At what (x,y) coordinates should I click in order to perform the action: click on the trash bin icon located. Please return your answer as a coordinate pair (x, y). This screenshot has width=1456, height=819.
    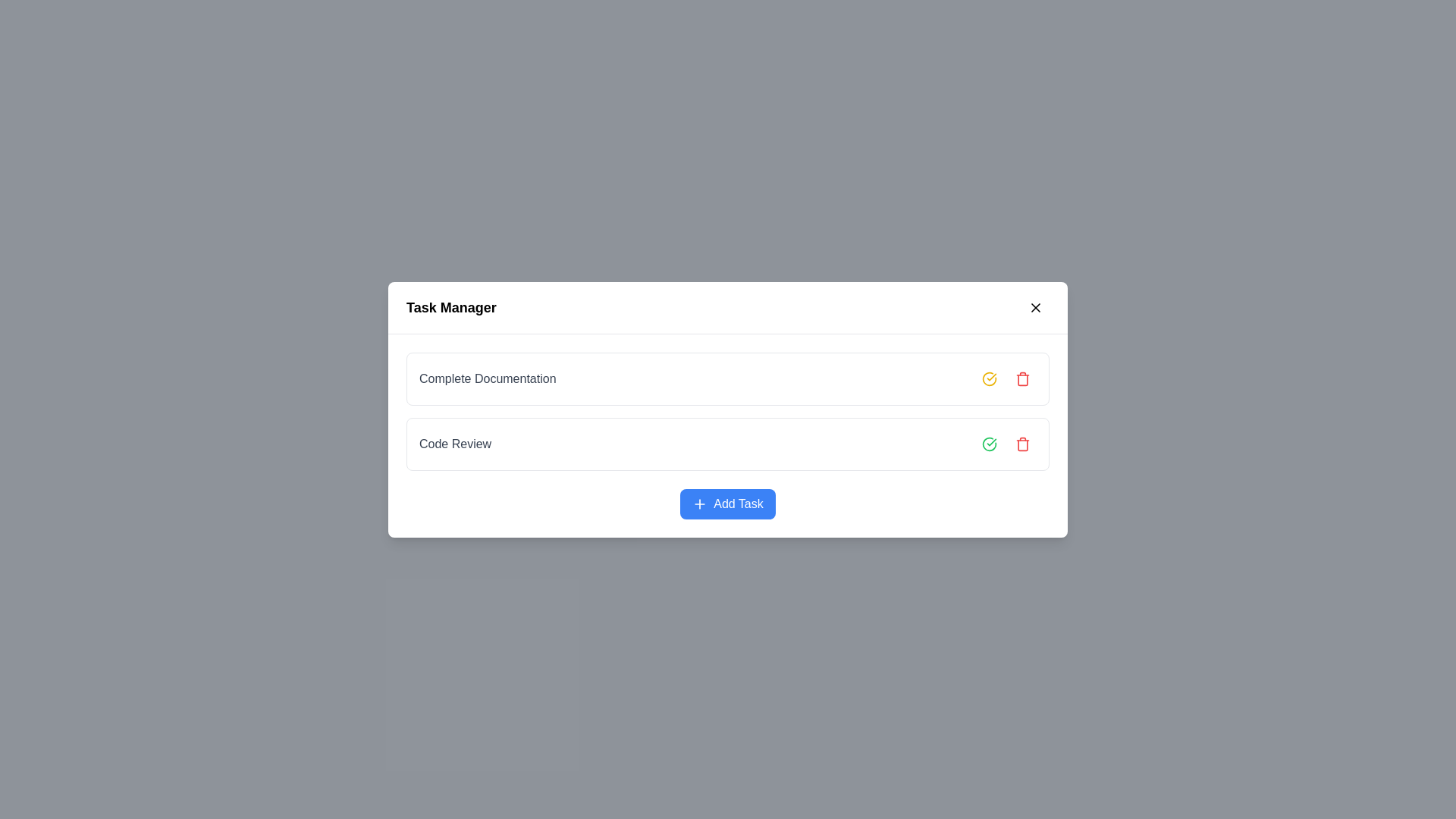
    Looking at the image, I should click on (1022, 444).